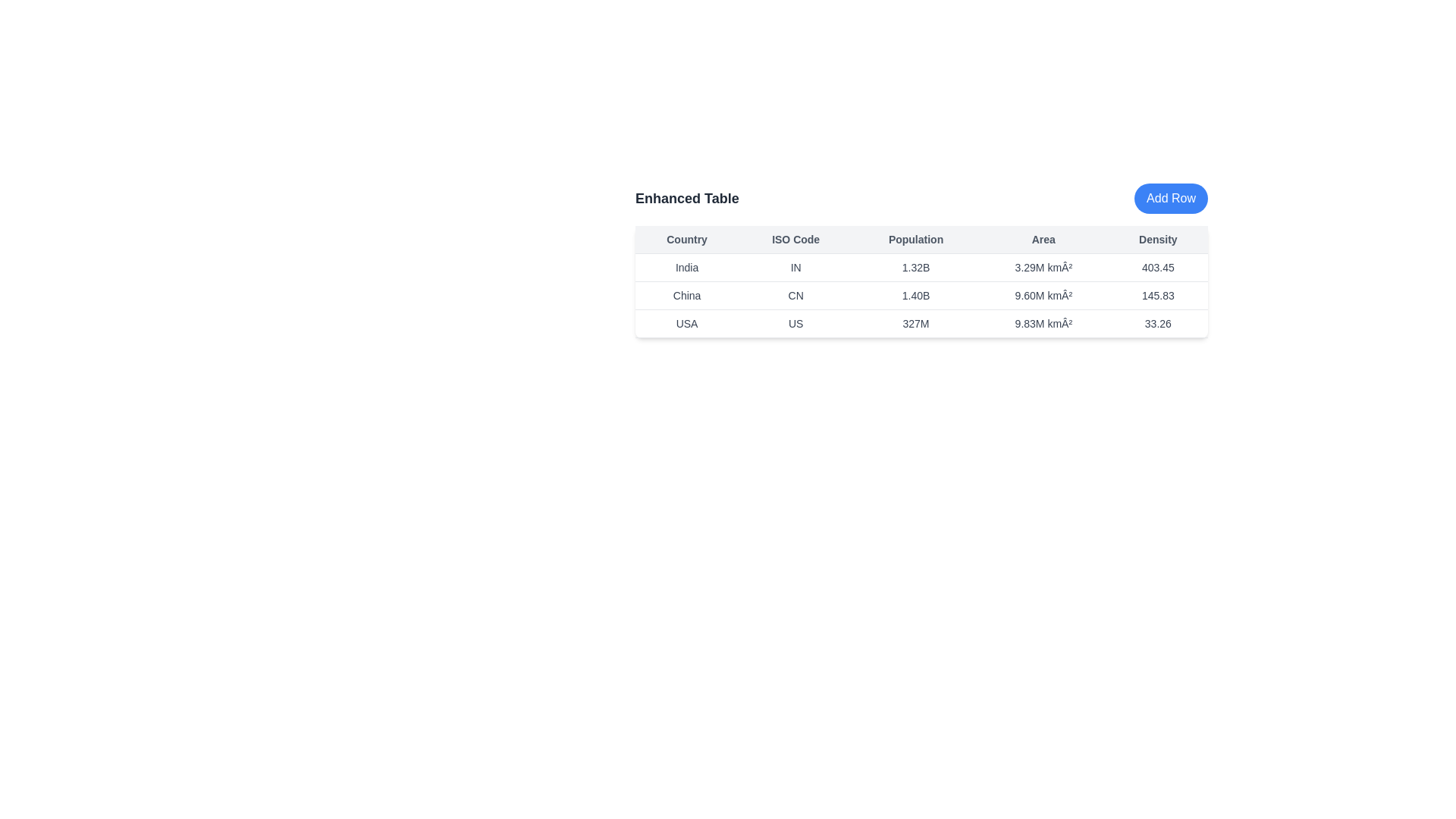 This screenshot has width=1456, height=819. Describe the element at coordinates (921, 295) in the screenshot. I see `the second table row containing data about the country 'China', which includes its name, ISO code, population, area, and density` at that location.